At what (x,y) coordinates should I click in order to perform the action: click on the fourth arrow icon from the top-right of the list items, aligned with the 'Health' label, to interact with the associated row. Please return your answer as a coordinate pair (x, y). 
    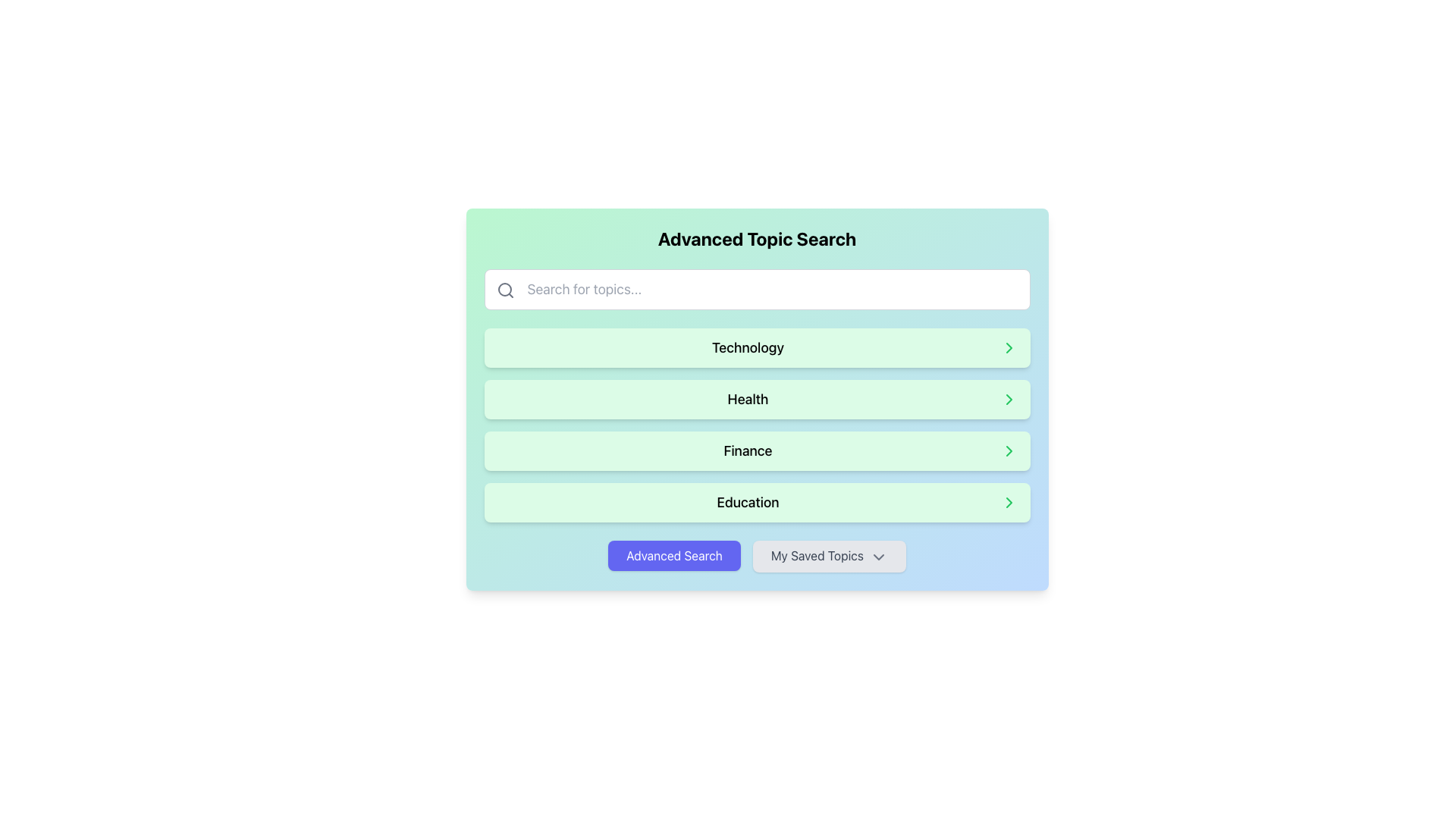
    Looking at the image, I should click on (1009, 399).